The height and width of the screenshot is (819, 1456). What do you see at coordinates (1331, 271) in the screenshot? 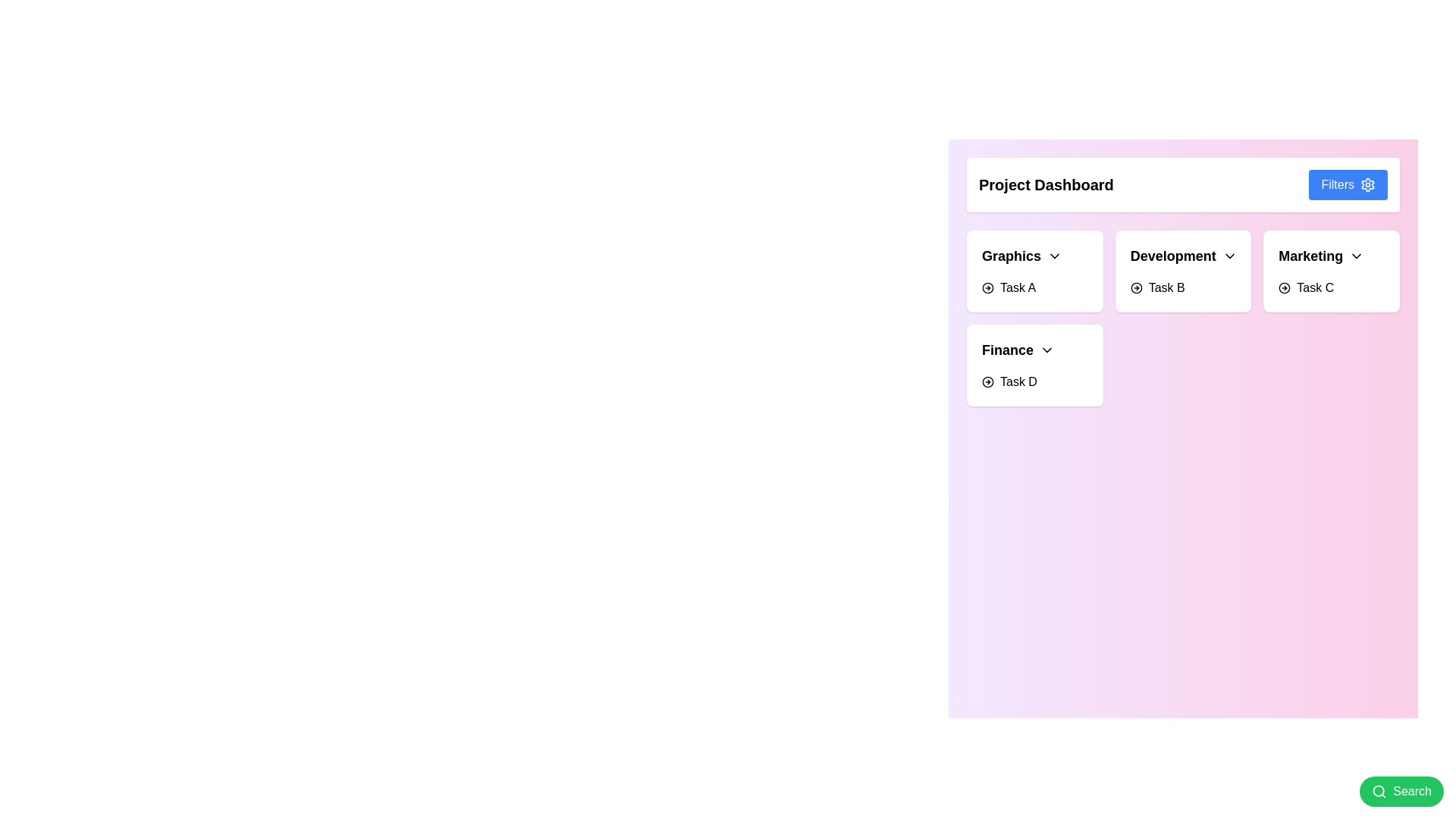
I see `the dropdown icon on the Marketing card, which is the third card in the grid layout` at bounding box center [1331, 271].